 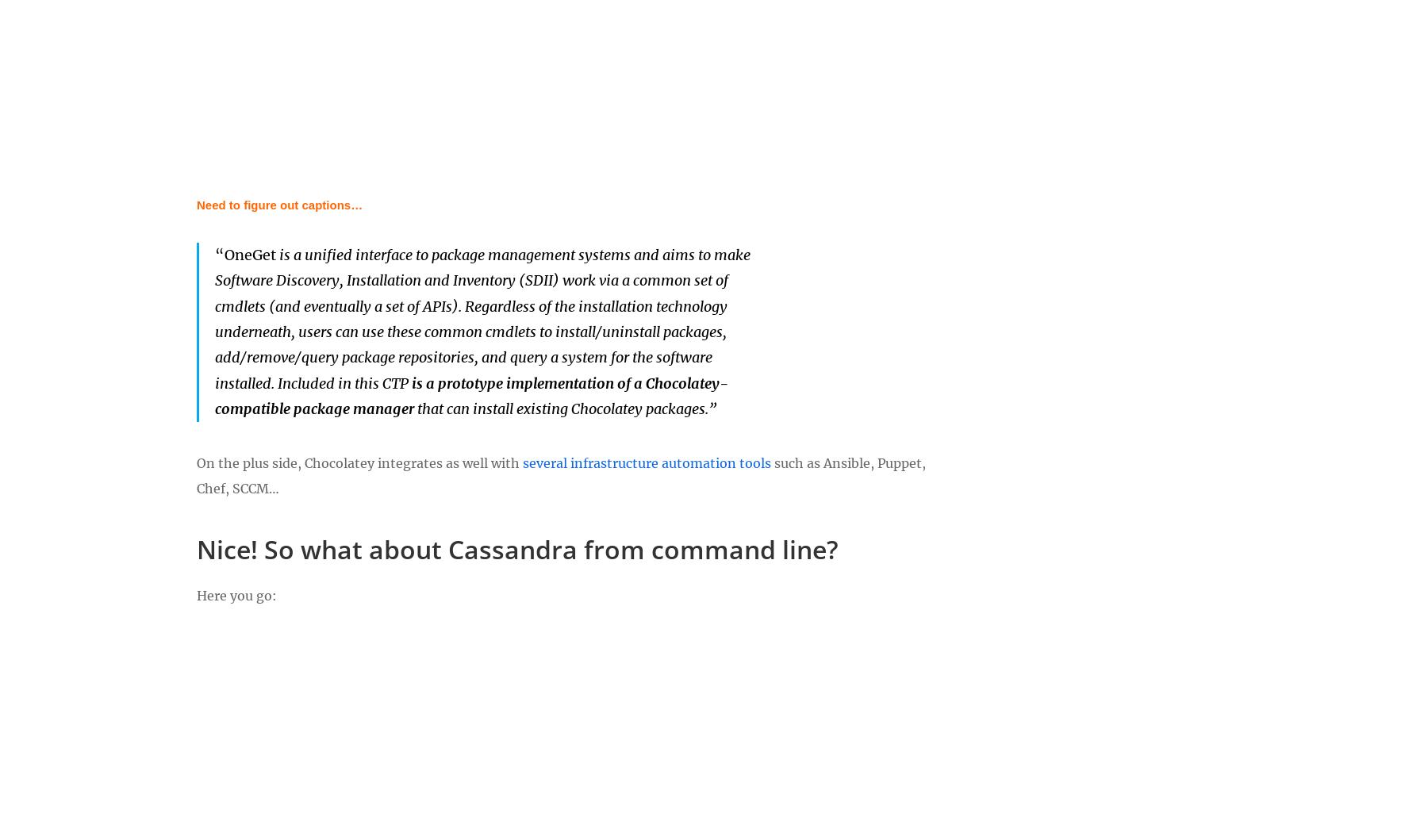 I want to click on 'is a prototype implementation of a Chocolatey-compatible package manager', so click(x=215, y=396).